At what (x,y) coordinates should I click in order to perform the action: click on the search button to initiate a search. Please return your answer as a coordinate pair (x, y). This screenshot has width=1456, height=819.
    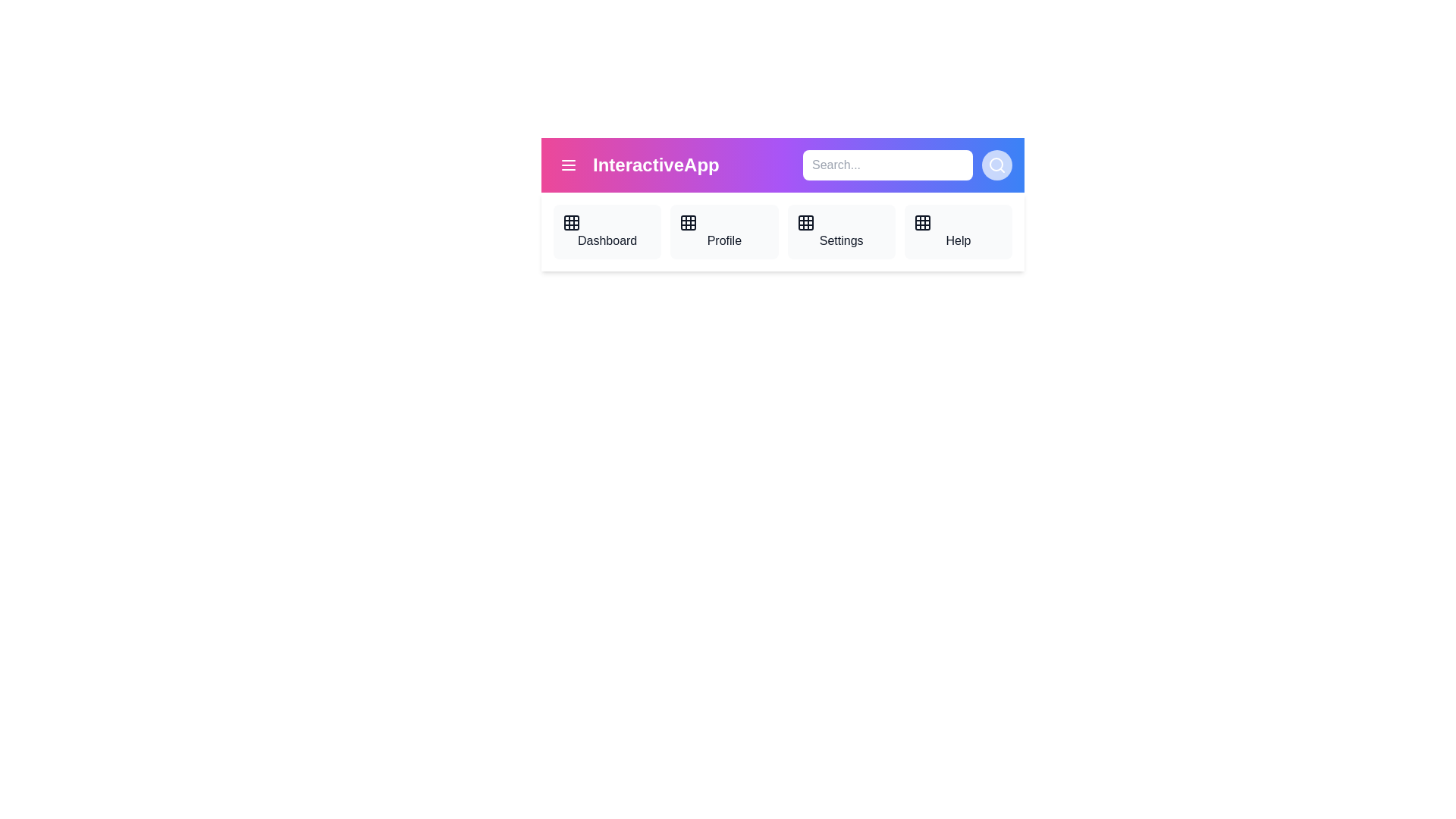
    Looking at the image, I should click on (997, 165).